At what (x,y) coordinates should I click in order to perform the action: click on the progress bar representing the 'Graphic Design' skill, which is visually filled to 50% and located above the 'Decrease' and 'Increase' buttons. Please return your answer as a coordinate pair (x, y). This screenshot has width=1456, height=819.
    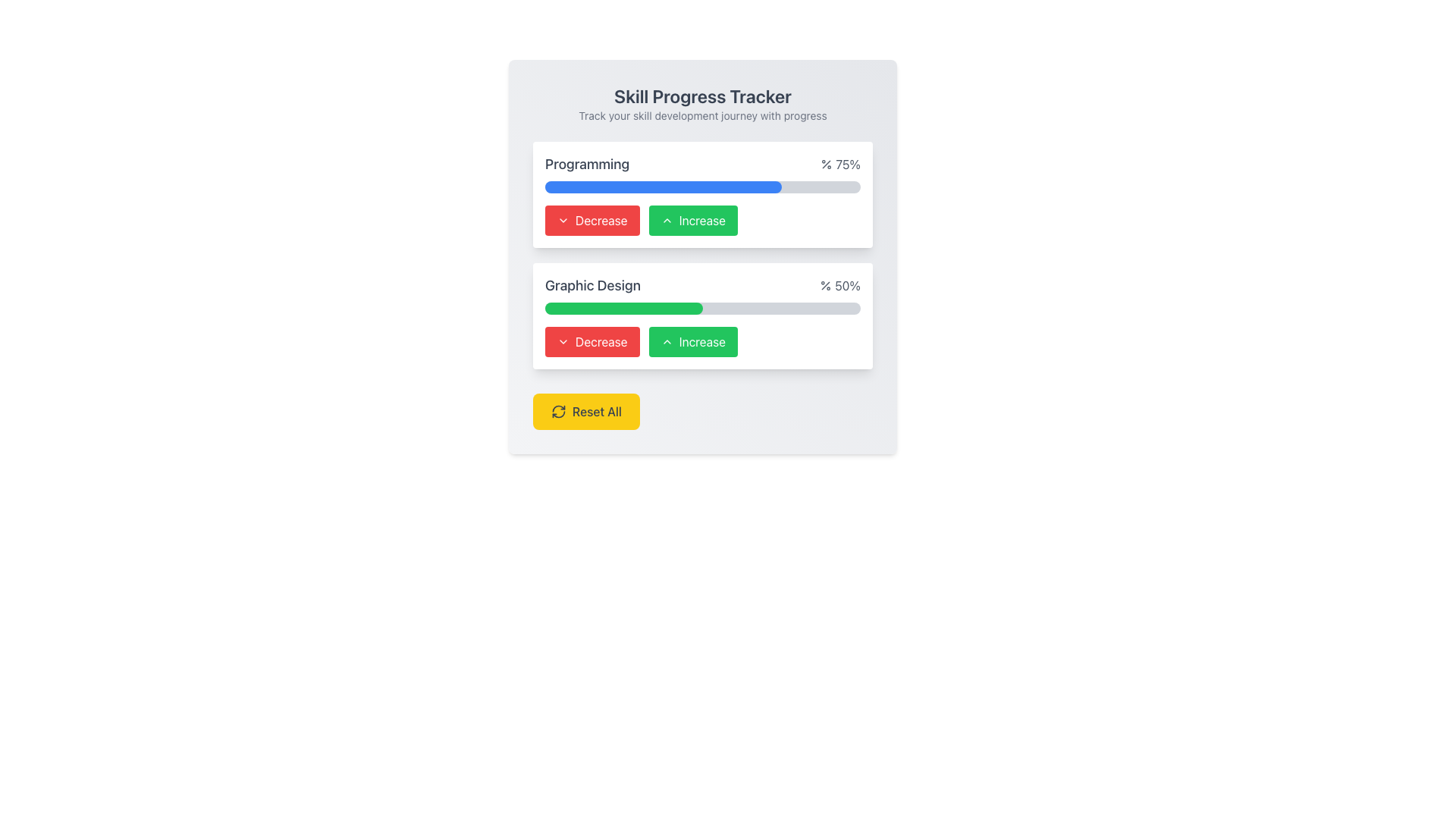
    Looking at the image, I should click on (701, 308).